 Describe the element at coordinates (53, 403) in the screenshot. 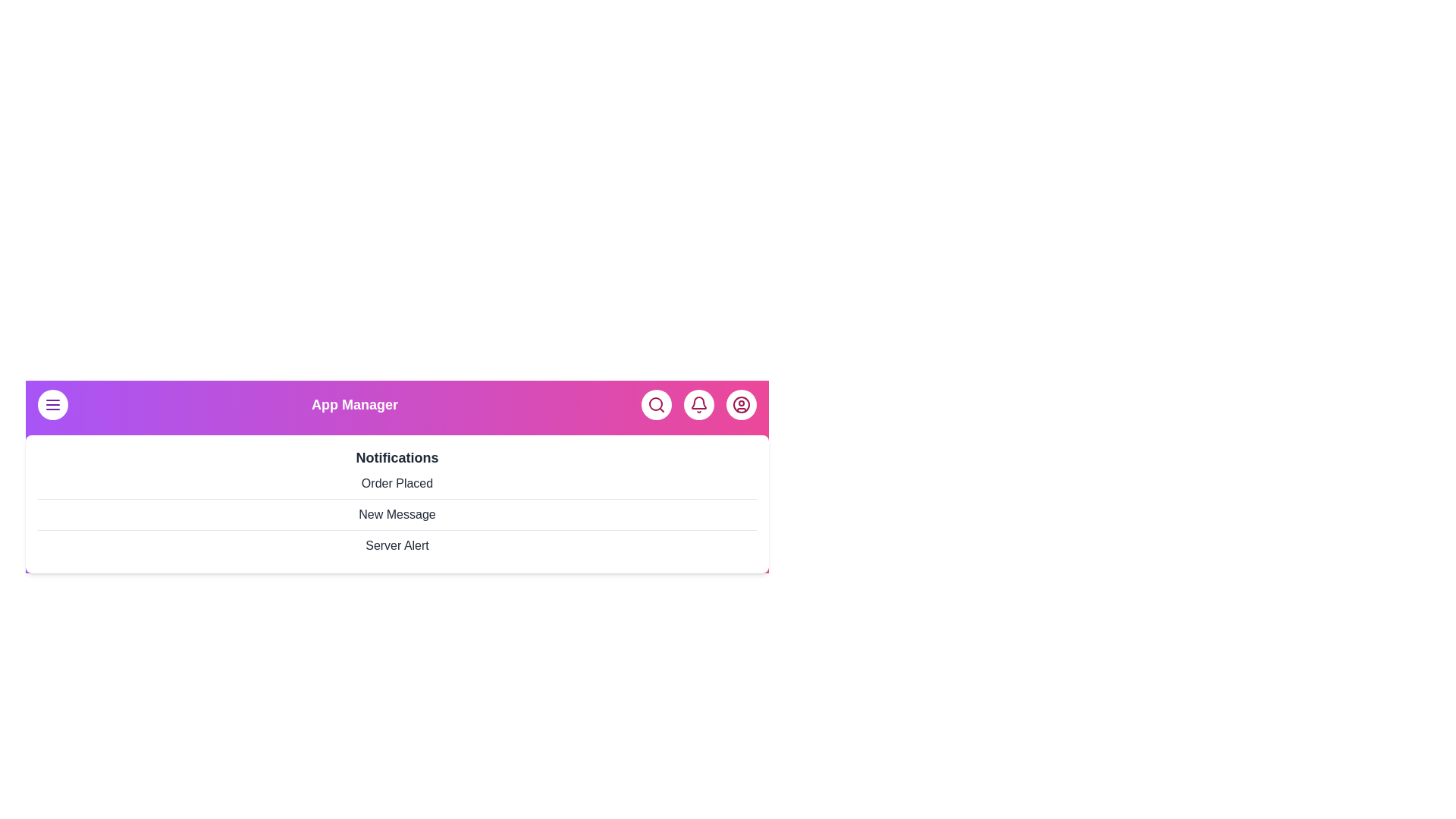

I see `the menu button to toggle the menu` at that location.